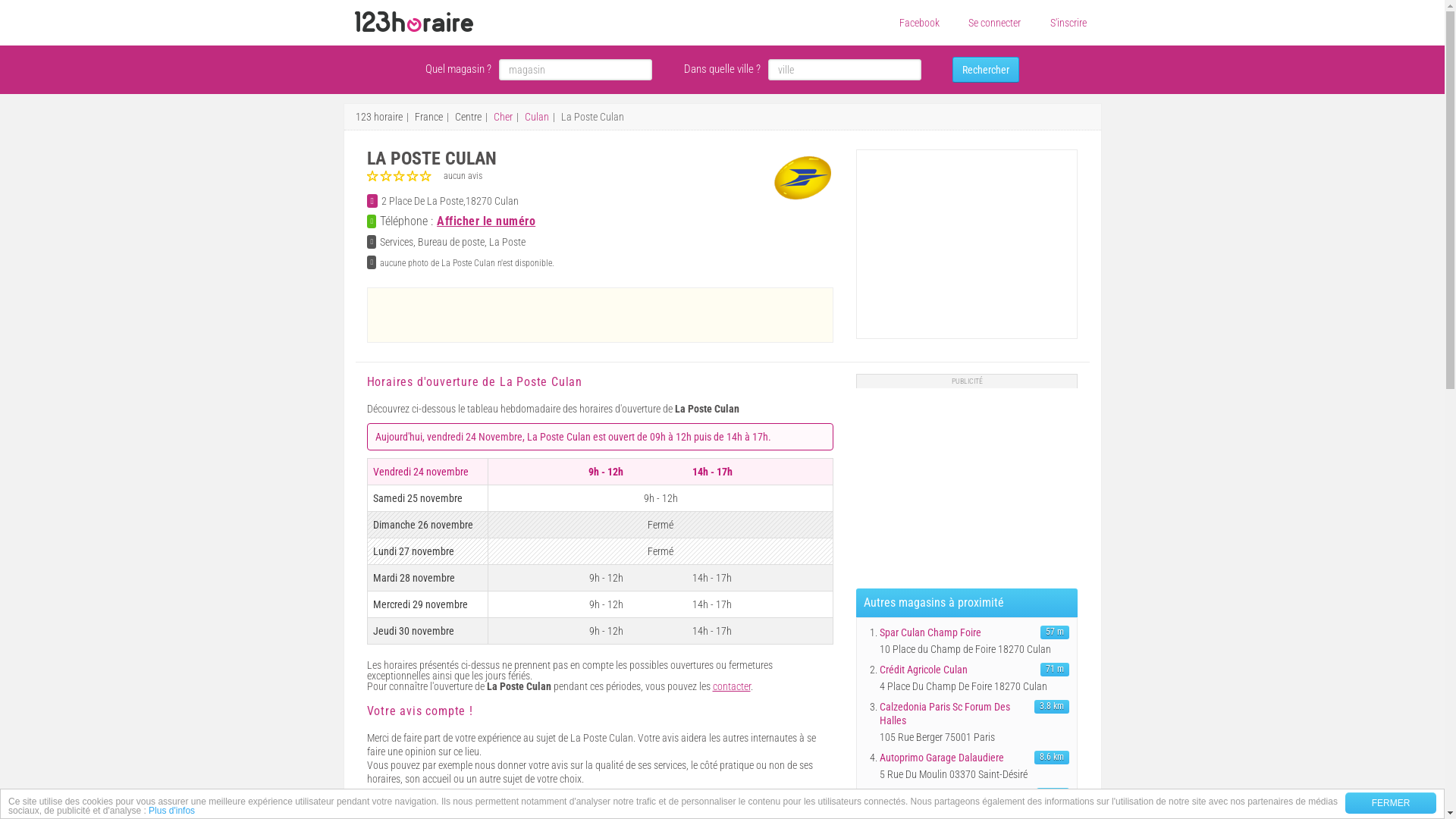 This screenshot has height=819, width=1456. What do you see at coordinates (397, 241) in the screenshot?
I see `'Services'` at bounding box center [397, 241].